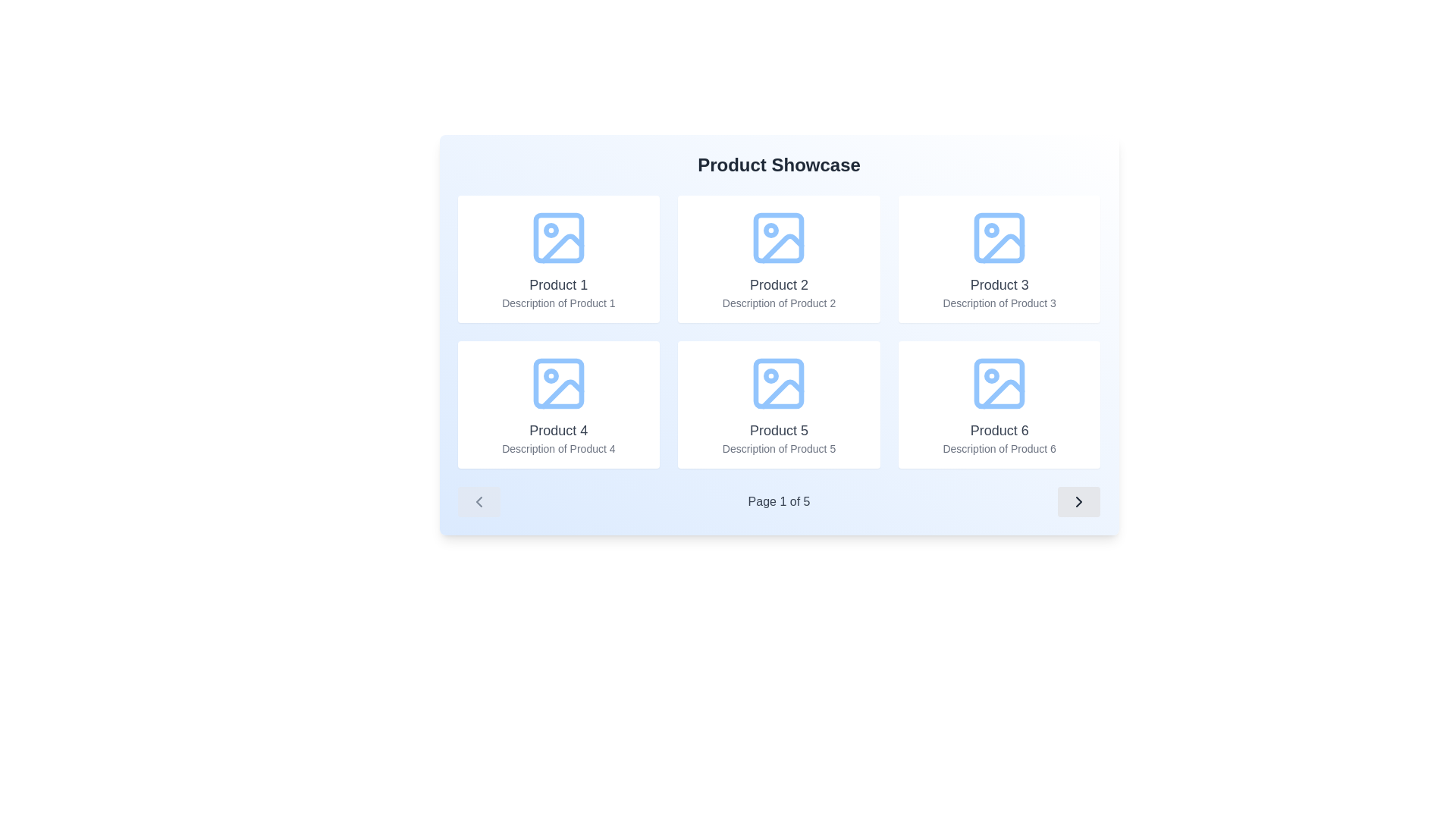  I want to click on the rectangular portion in the top-left segment of the image icon within the fourth product card from left to right in the second row of the grid, so click(557, 382).